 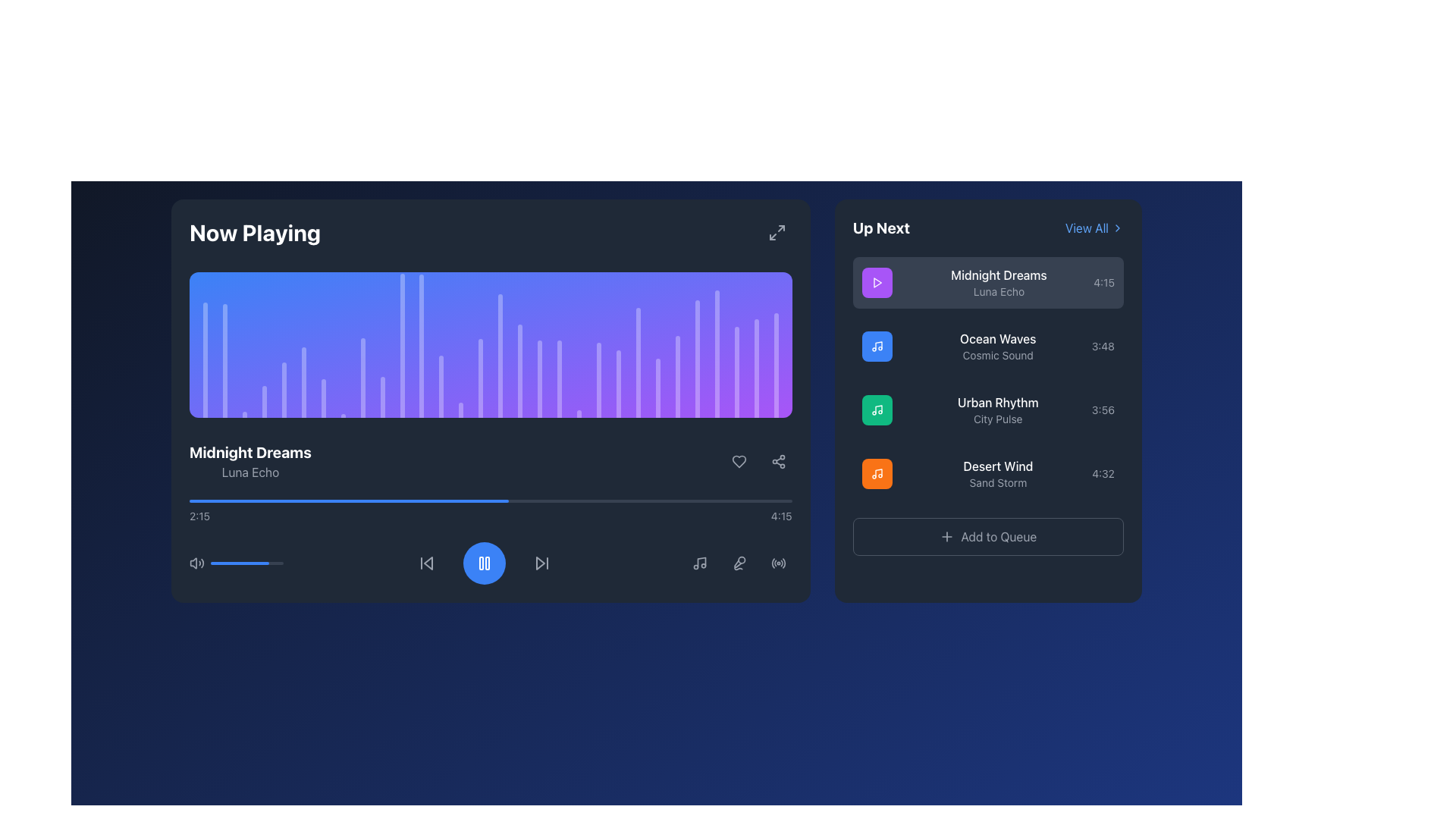 I want to click on the share button located in the bottom right corner of the 'Now Playing' section, adjacent to the heart-shaped 'like' button, so click(x=778, y=461).